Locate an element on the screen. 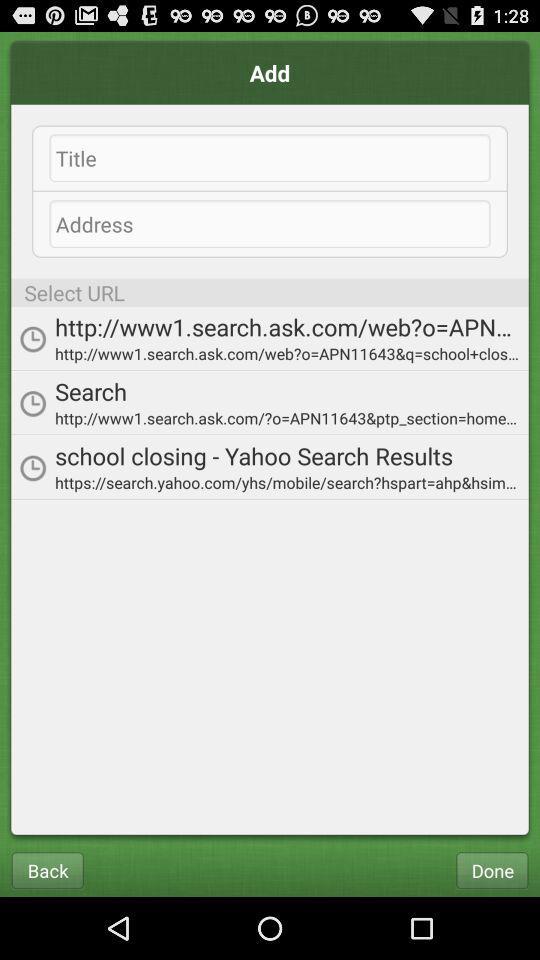 Image resolution: width=540 pixels, height=960 pixels. the done is located at coordinates (491, 869).